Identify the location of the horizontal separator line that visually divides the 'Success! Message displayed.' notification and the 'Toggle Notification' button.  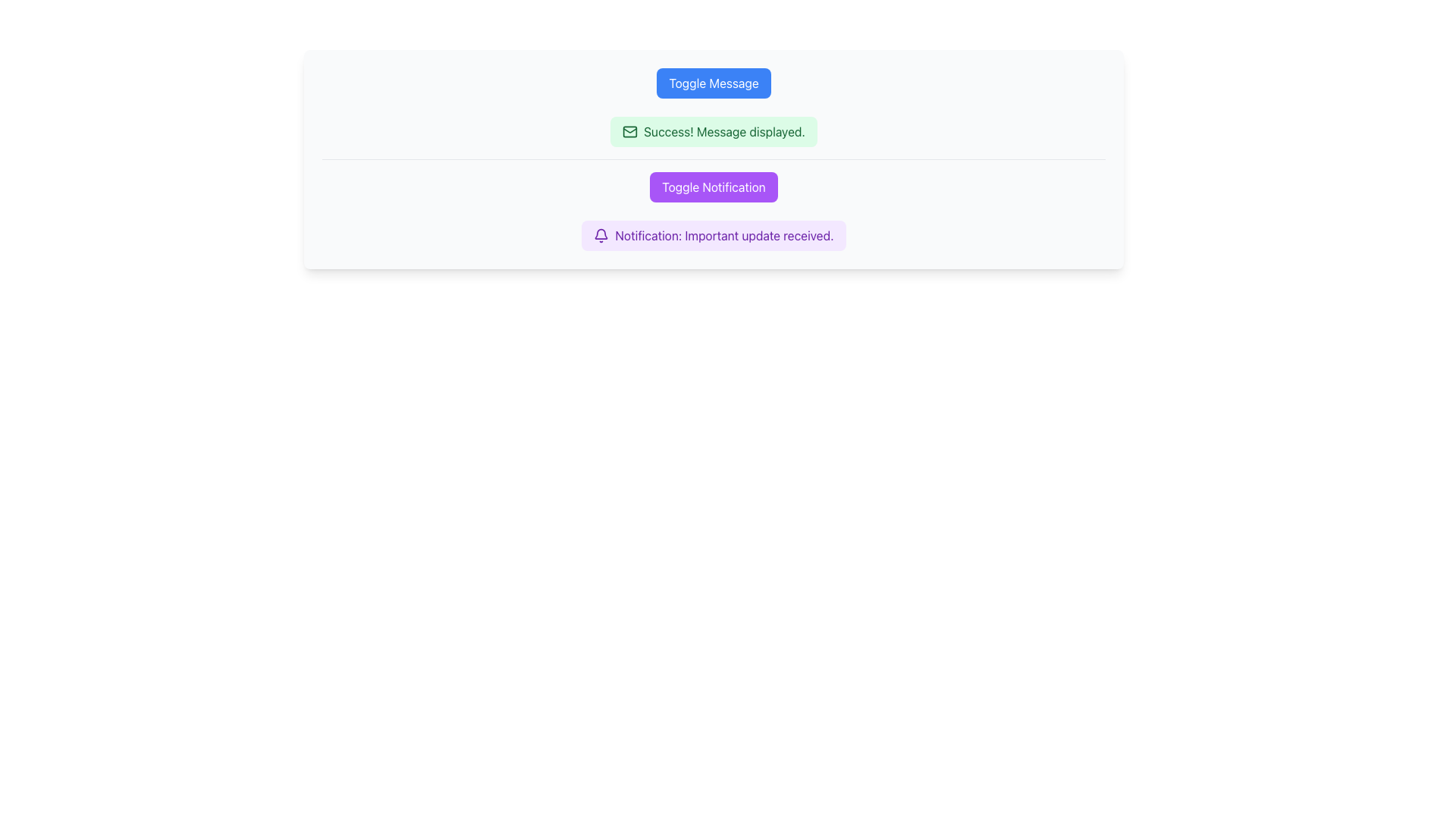
(713, 159).